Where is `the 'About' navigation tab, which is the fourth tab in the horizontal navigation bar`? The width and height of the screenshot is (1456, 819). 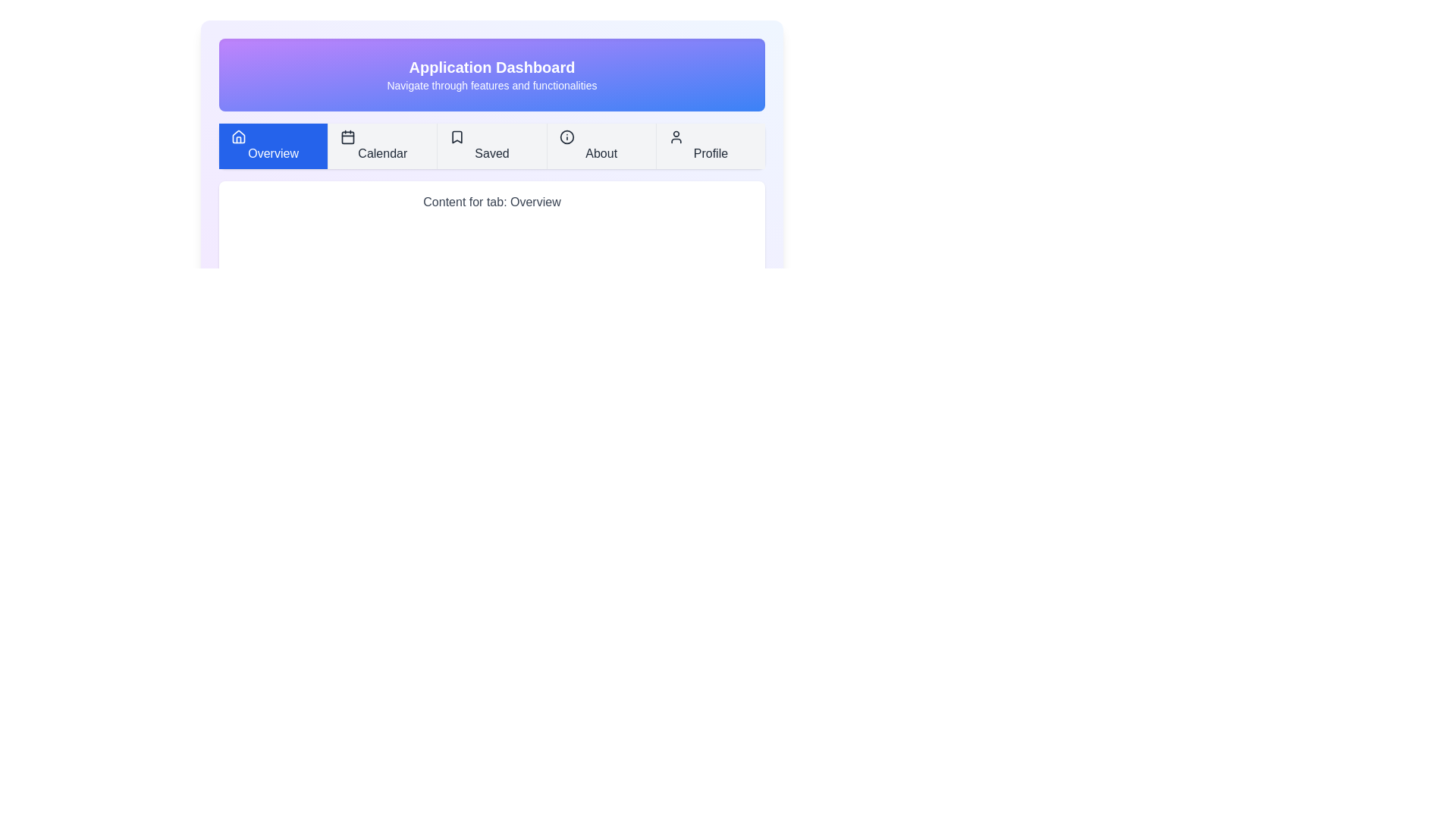
the 'About' navigation tab, which is the fourth tab in the horizontal navigation bar is located at coordinates (600, 146).